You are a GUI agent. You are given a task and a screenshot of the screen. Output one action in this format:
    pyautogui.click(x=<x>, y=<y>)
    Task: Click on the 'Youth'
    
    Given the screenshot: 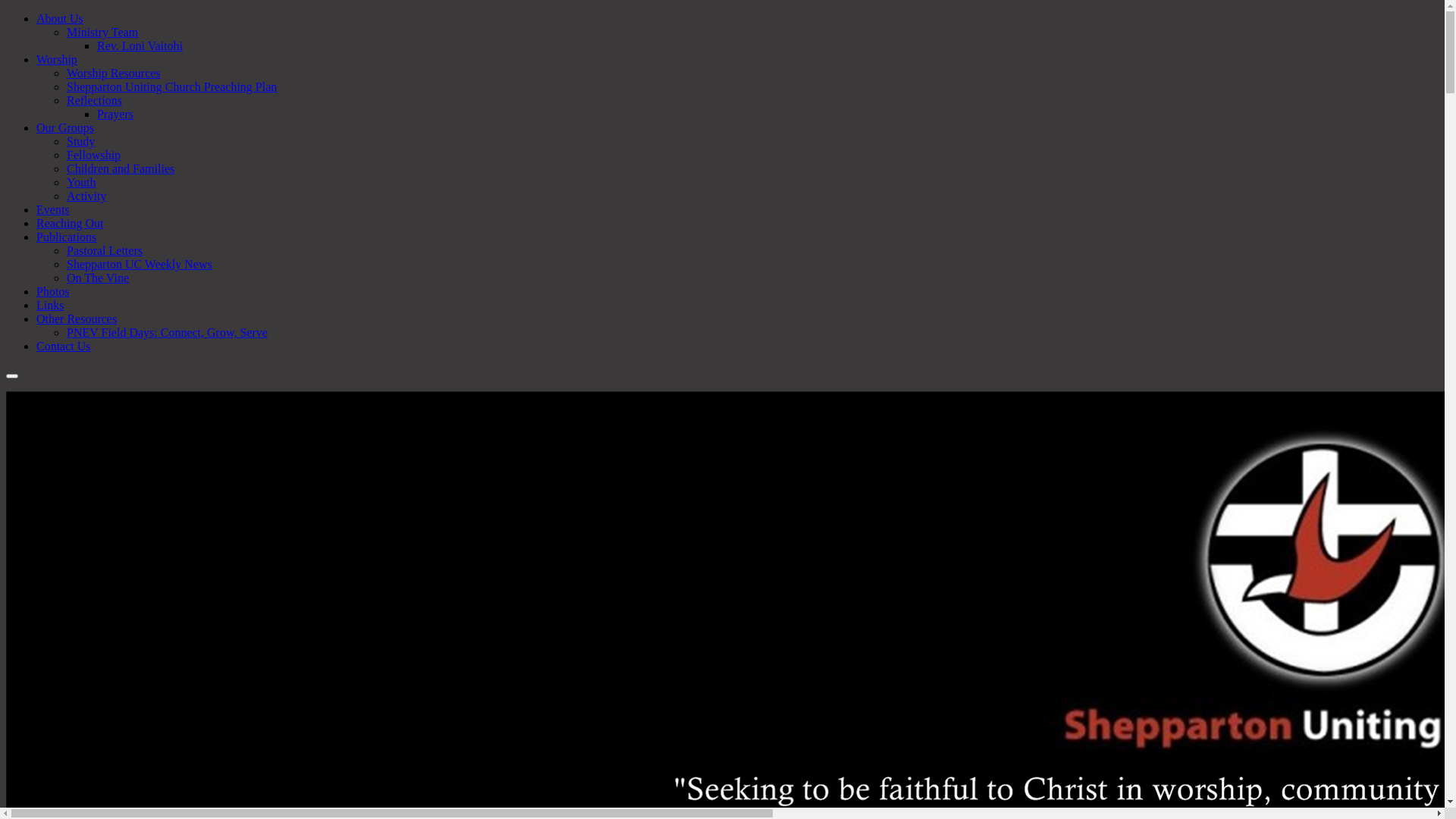 What is the action you would take?
    pyautogui.click(x=80, y=181)
    